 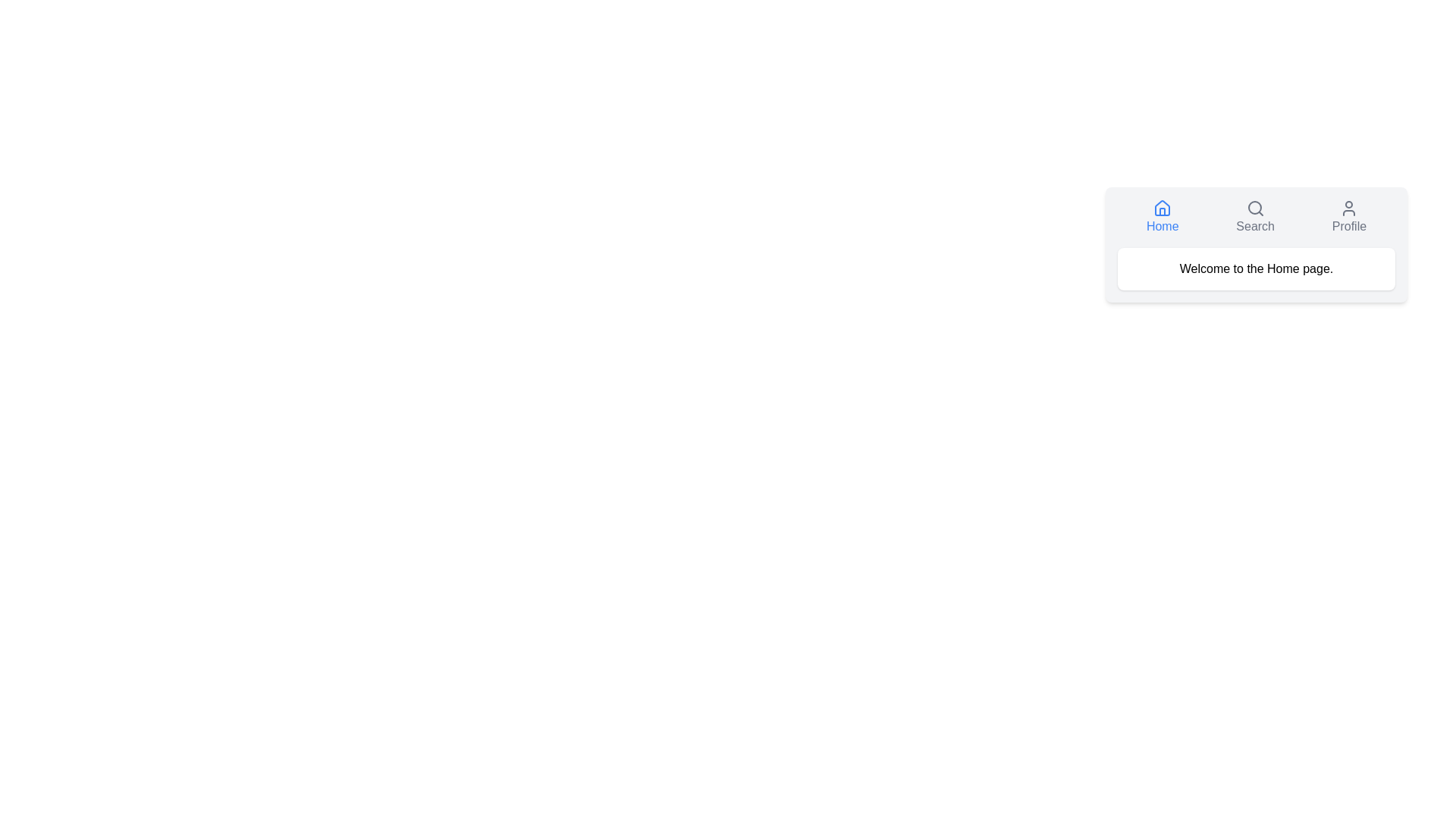 What do you see at coordinates (1256, 217) in the screenshot?
I see `the Navigation Bar which contains the items 'Home', 'Search', and 'Profile', located at the center of the white rectangular area` at bounding box center [1256, 217].